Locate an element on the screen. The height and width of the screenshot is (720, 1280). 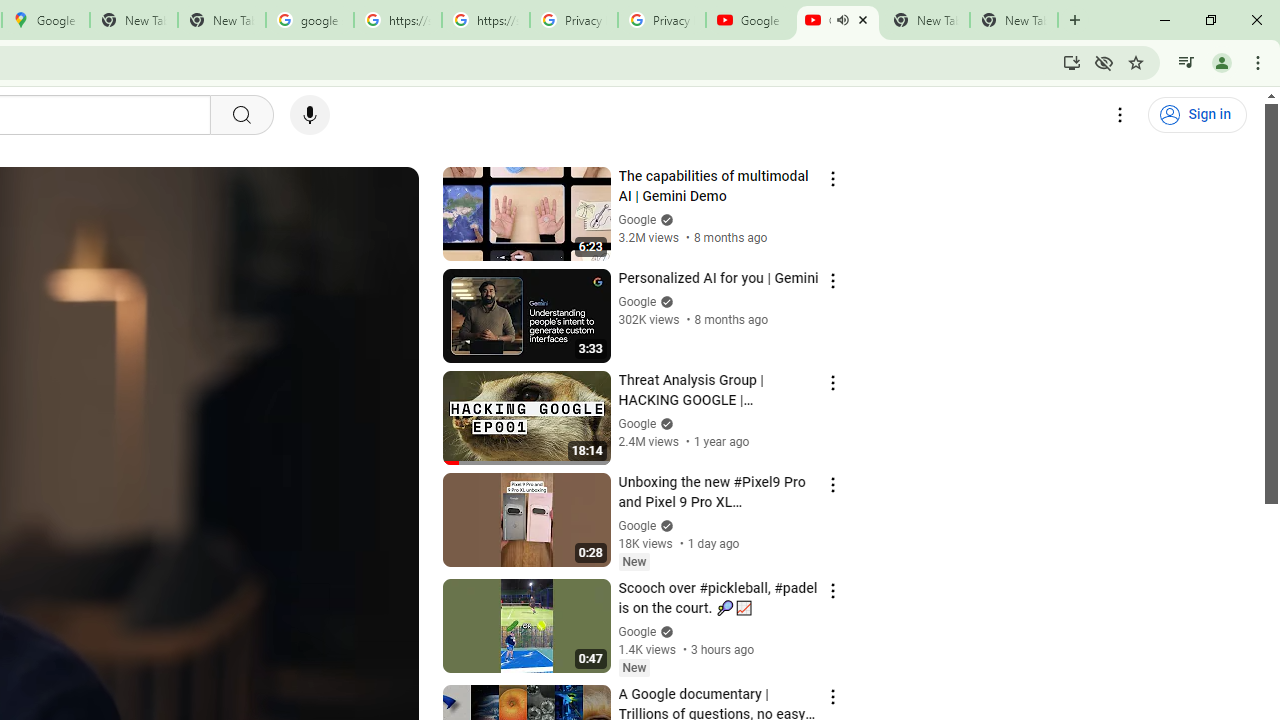
'Search with your voice' is located at coordinates (308, 115).